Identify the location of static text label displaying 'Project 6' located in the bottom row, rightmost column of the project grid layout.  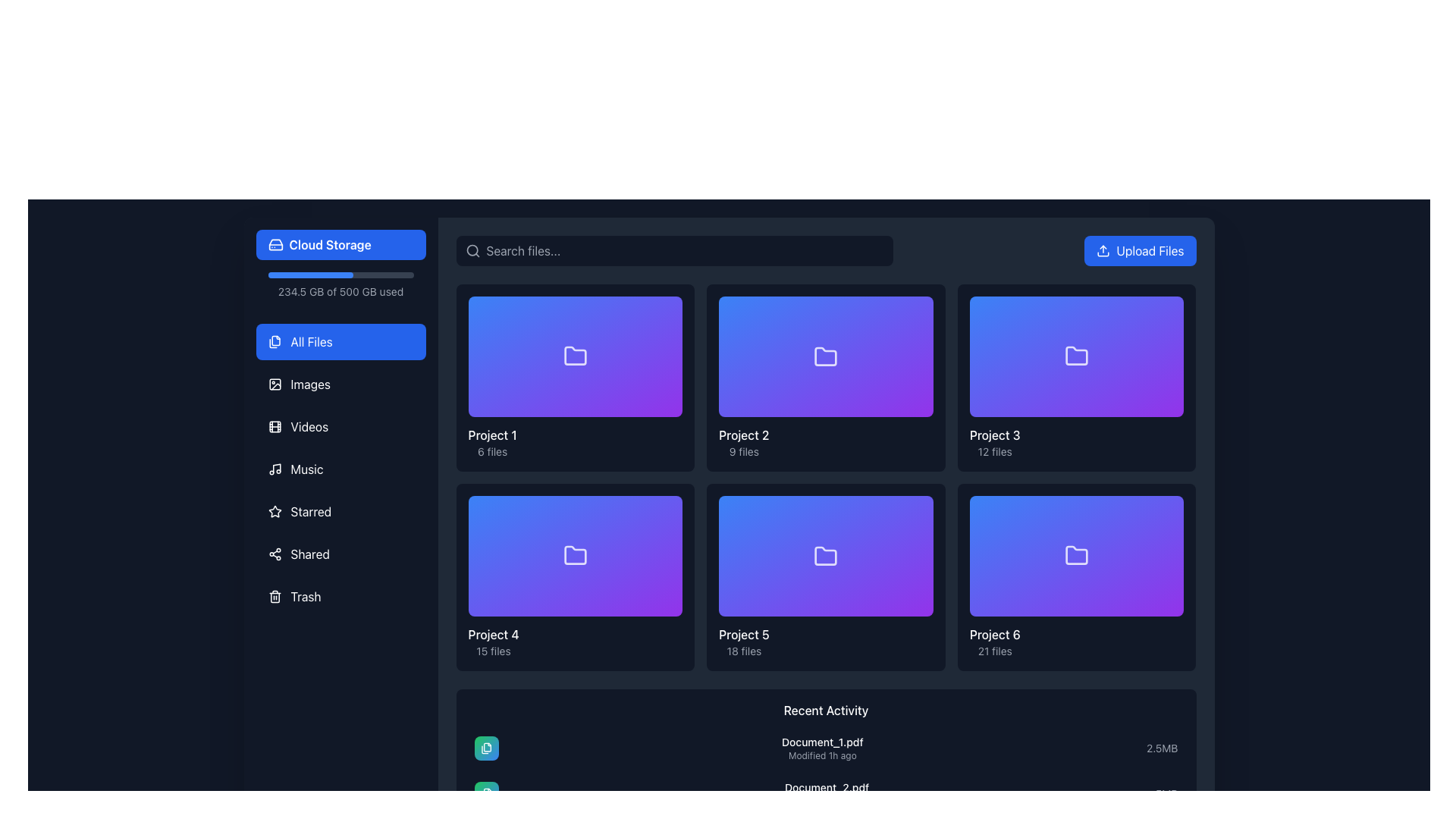
(995, 635).